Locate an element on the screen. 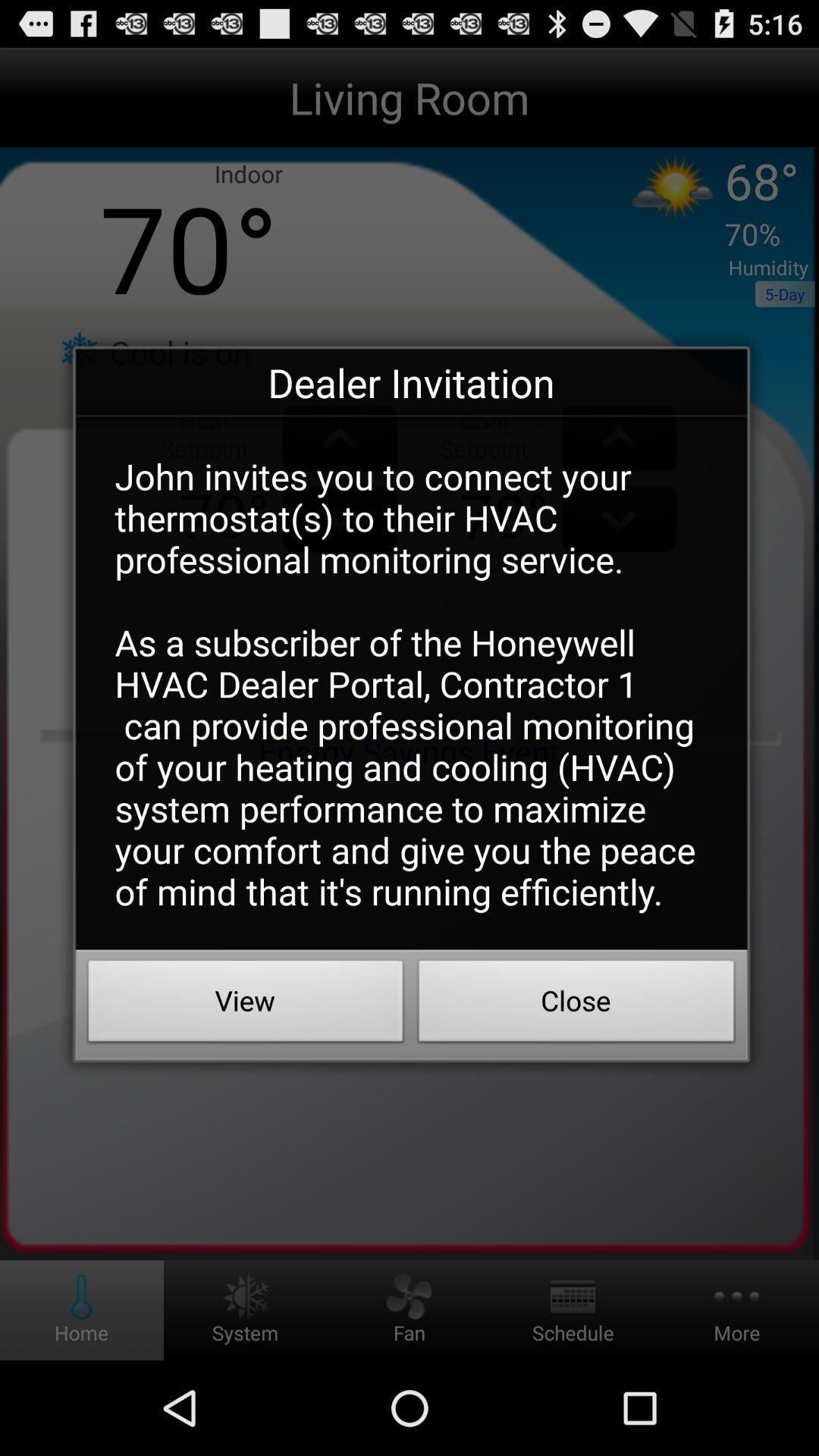  close at the bottom right corner is located at coordinates (576, 1005).